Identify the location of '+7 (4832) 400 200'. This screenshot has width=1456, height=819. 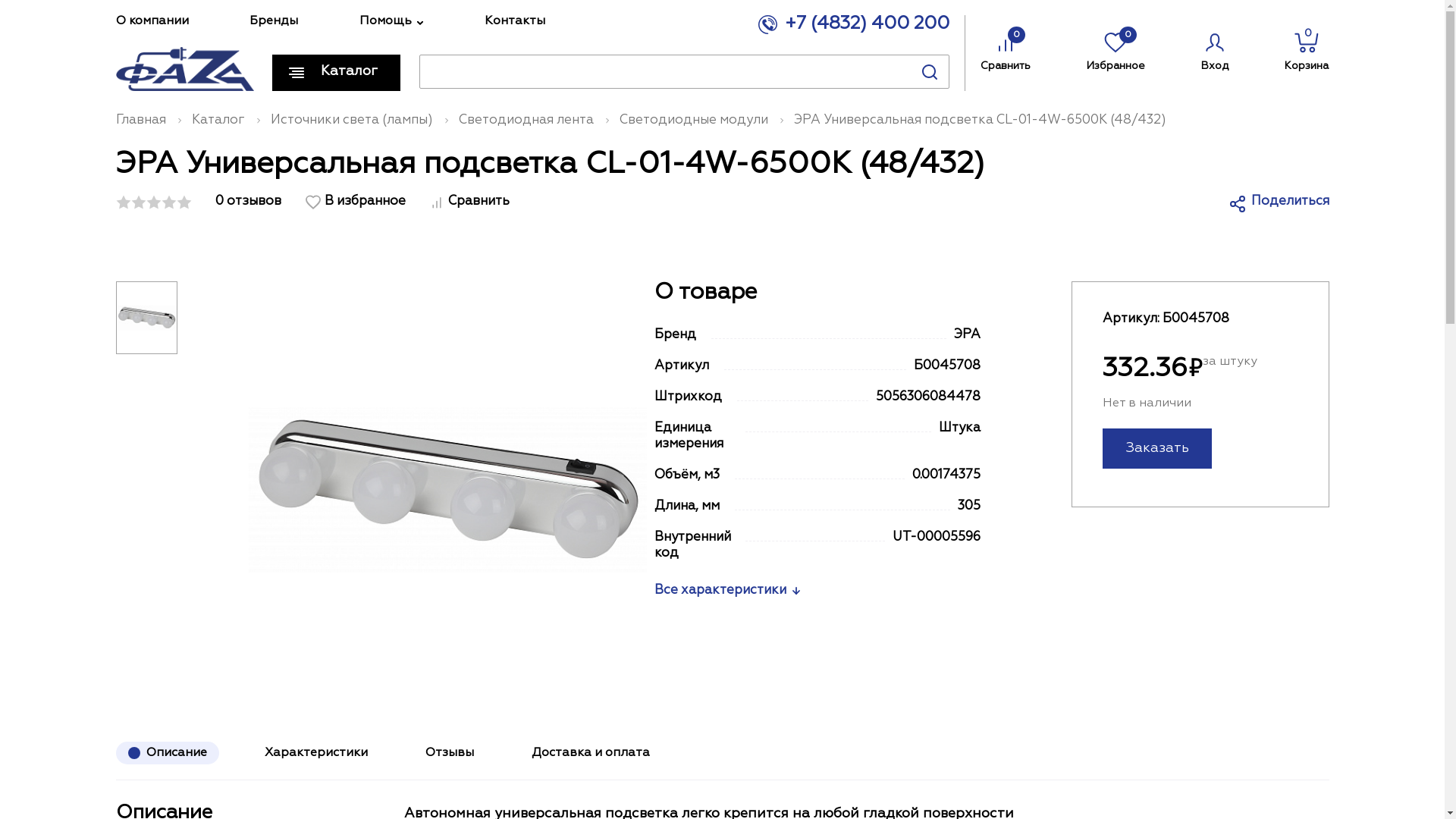
(854, 22).